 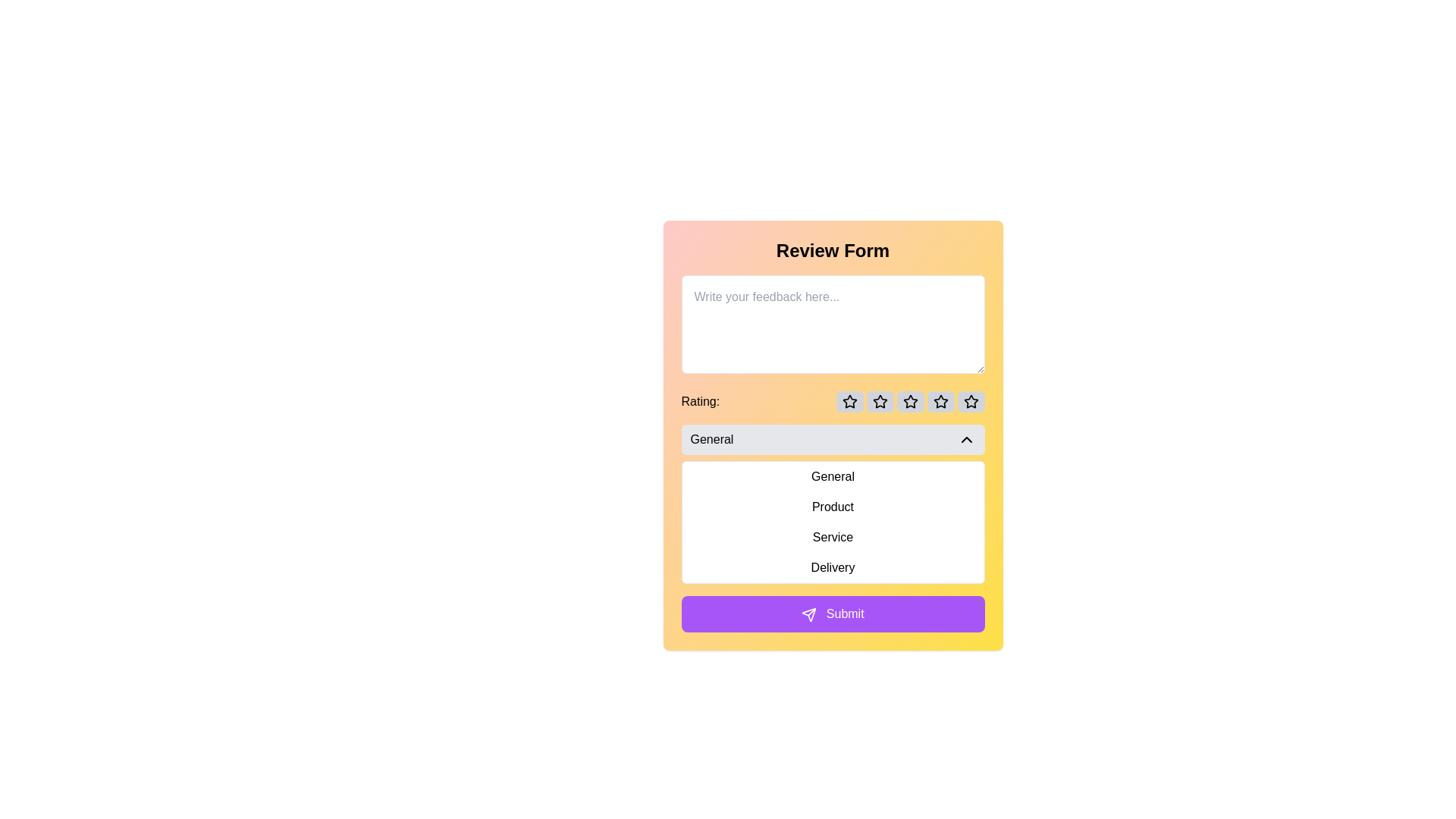 What do you see at coordinates (971, 400) in the screenshot?
I see `the rightmost star-shaped icon in the rating bar, which has a black stroke and no fill, located below the feedback textarea and above the dropdown menu in the review form` at bounding box center [971, 400].